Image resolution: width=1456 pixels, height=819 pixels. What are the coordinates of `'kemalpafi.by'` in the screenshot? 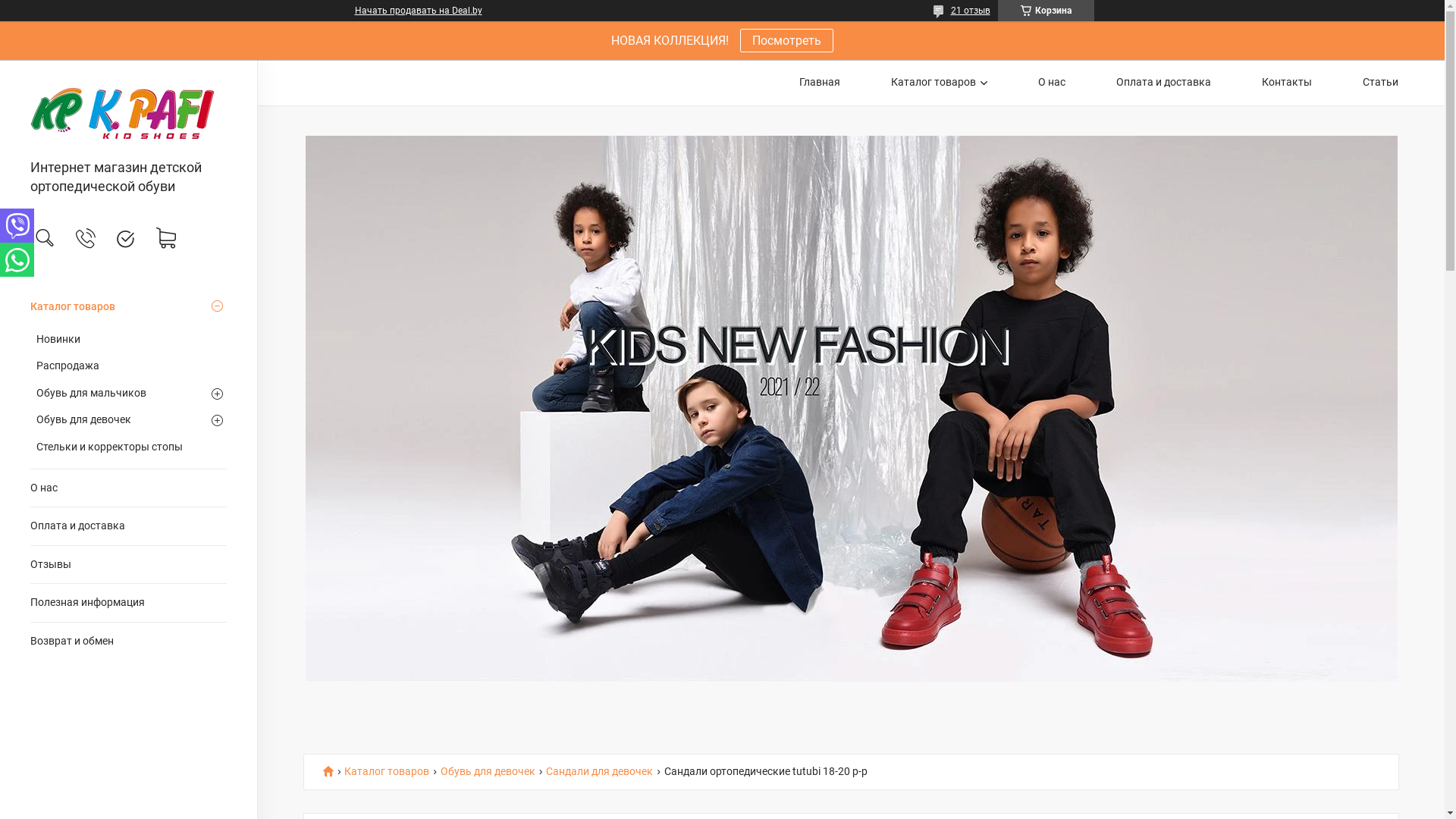 It's located at (128, 110).